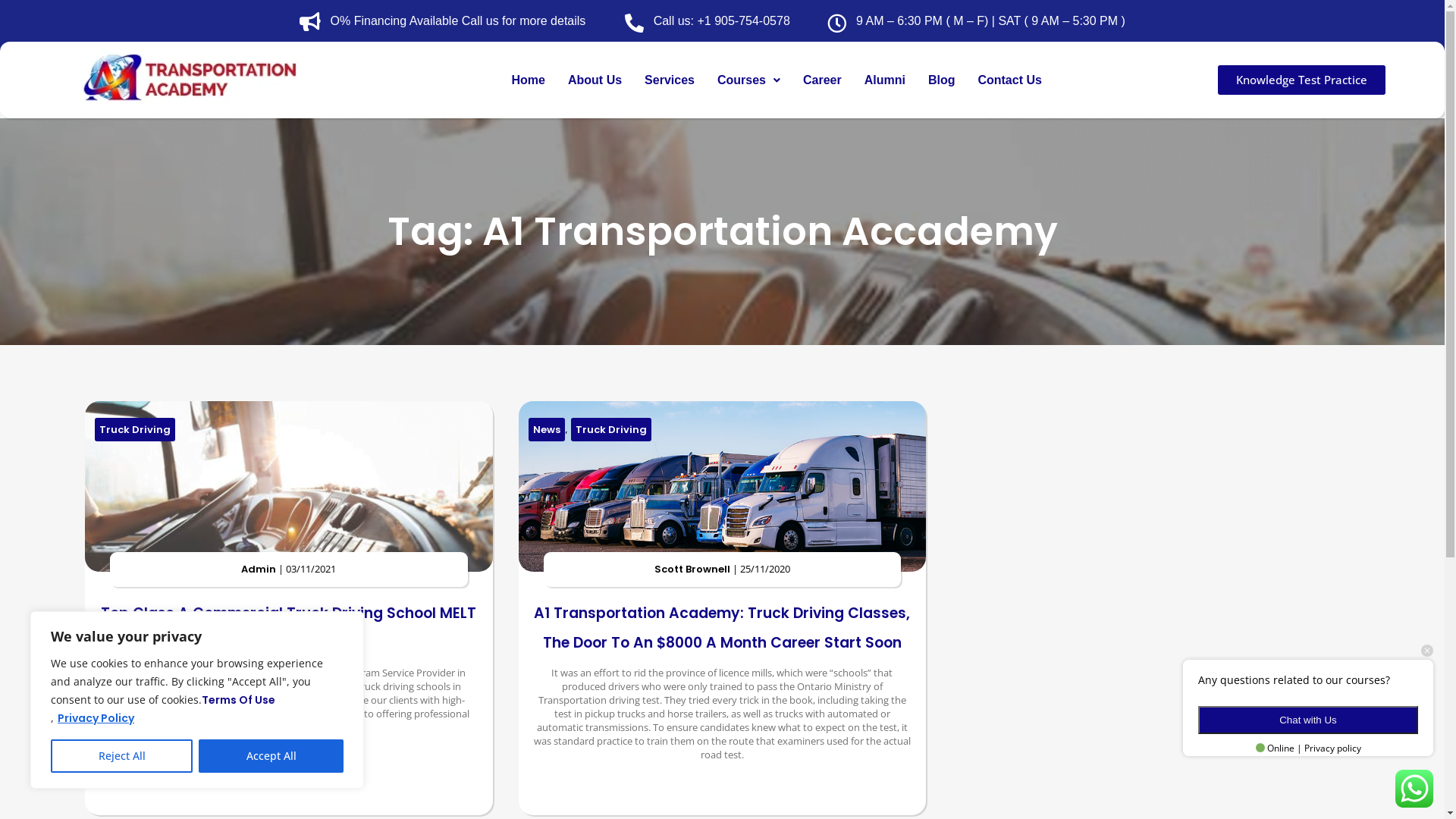  What do you see at coordinates (821, 79) in the screenshot?
I see `'Career'` at bounding box center [821, 79].